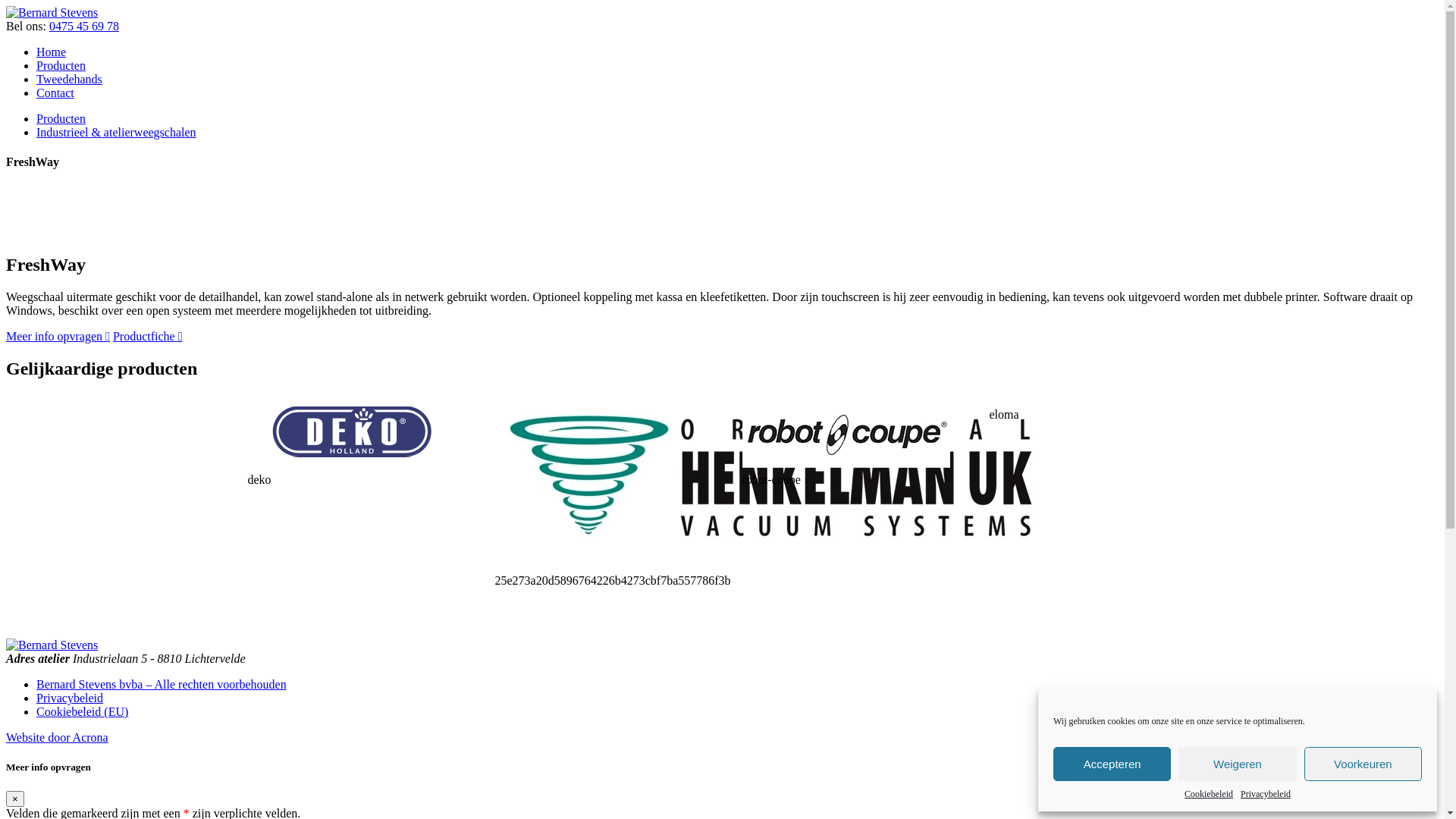  I want to click on 'Tweedehands', so click(68, 79).